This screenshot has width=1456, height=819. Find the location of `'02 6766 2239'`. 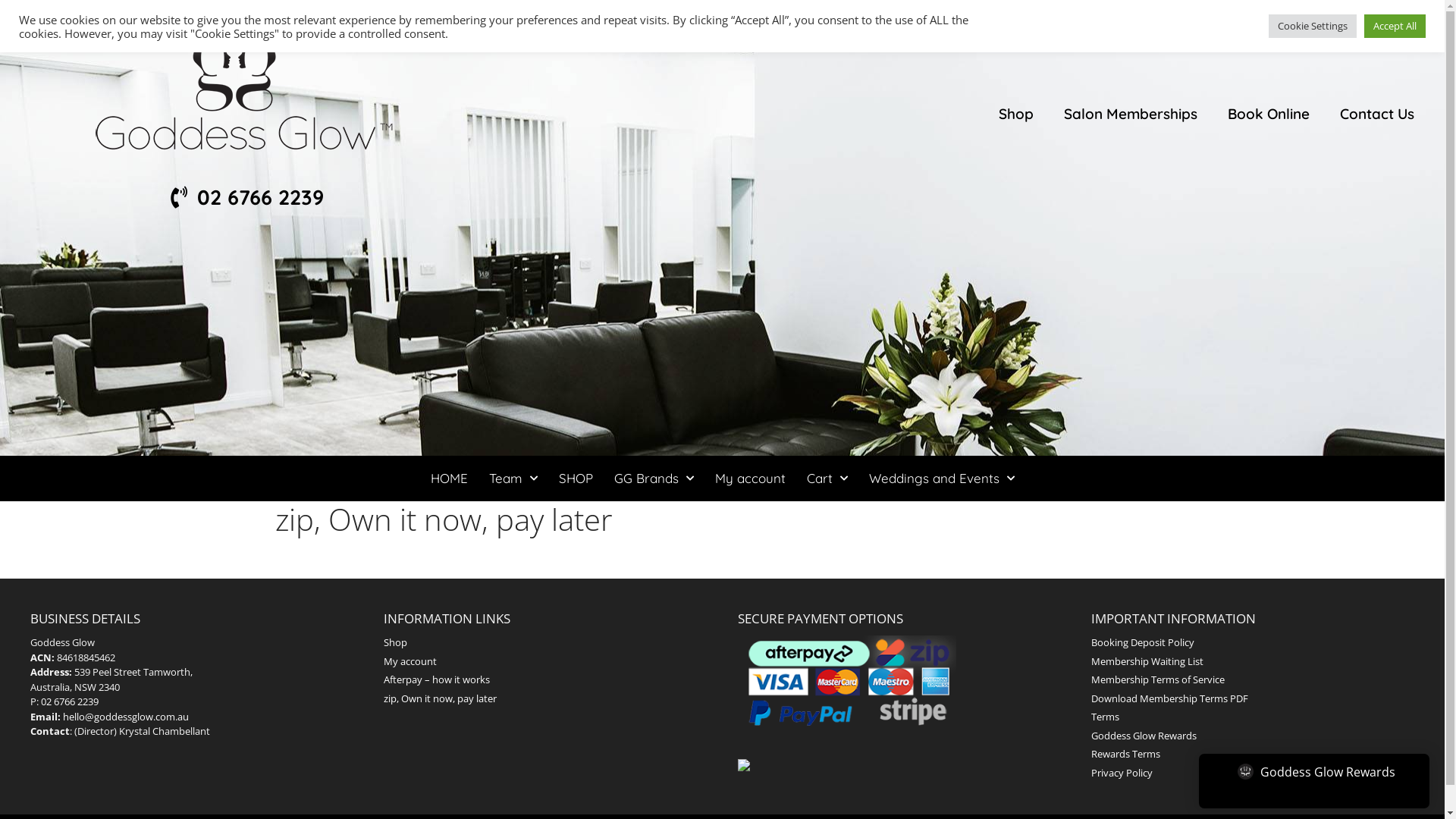

'02 6766 2239' is located at coordinates (244, 196).